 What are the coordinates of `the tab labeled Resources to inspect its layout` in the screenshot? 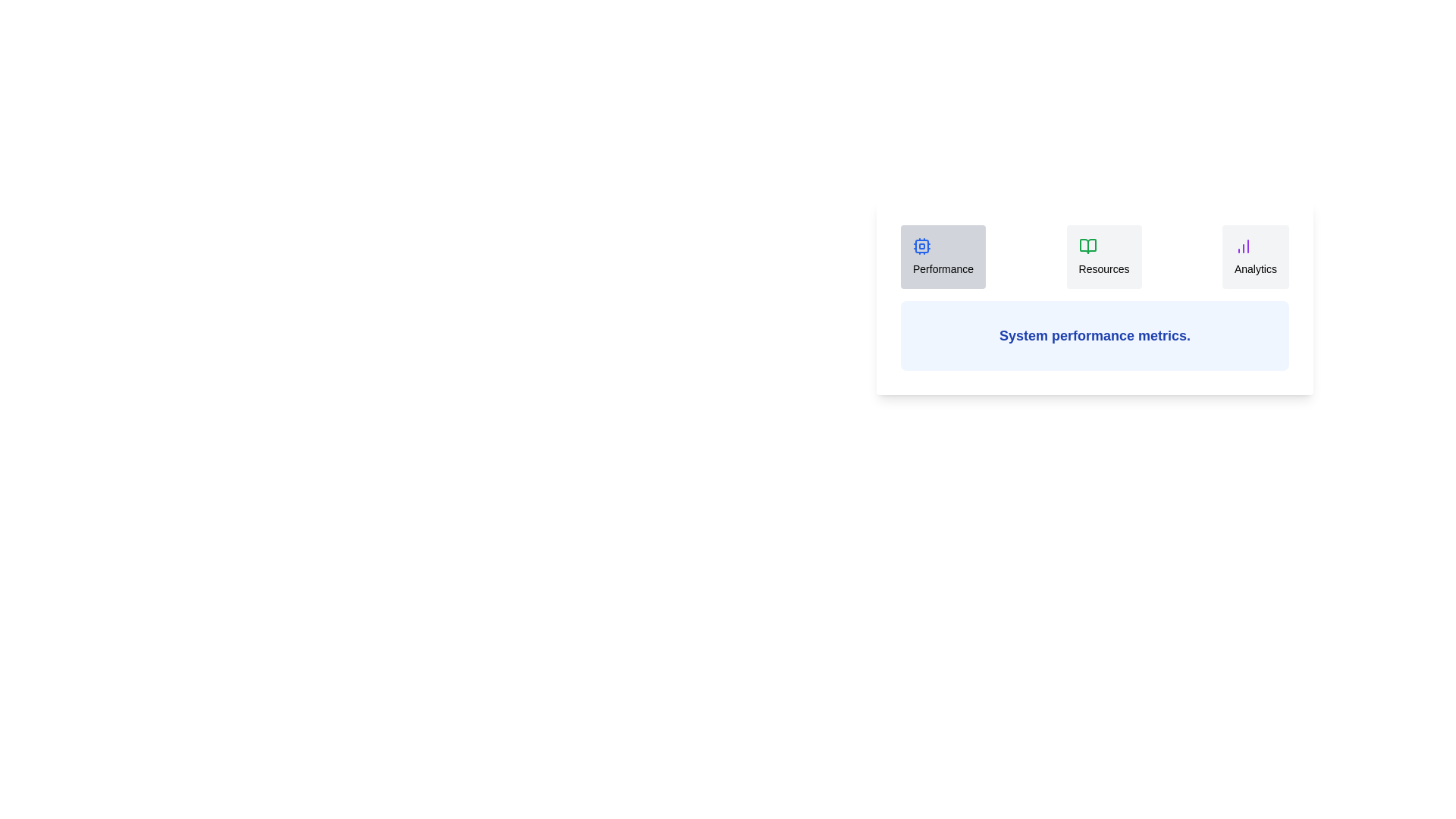 It's located at (1103, 256).